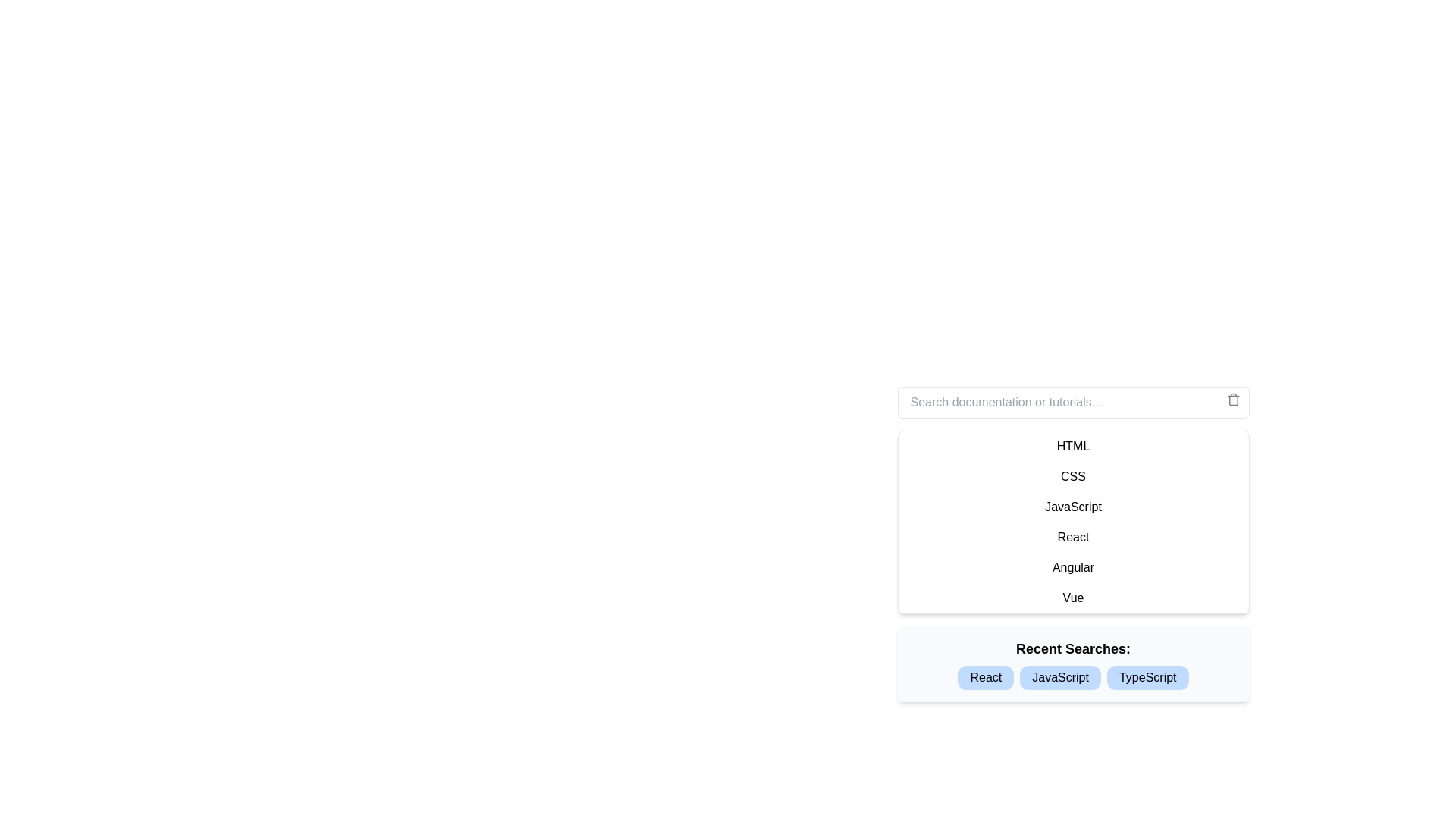 This screenshot has width=1456, height=819. What do you see at coordinates (1072, 402) in the screenshot?
I see `the Text Input Field with placeholder text 'Search documentation or tutorials...'` at bounding box center [1072, 402].